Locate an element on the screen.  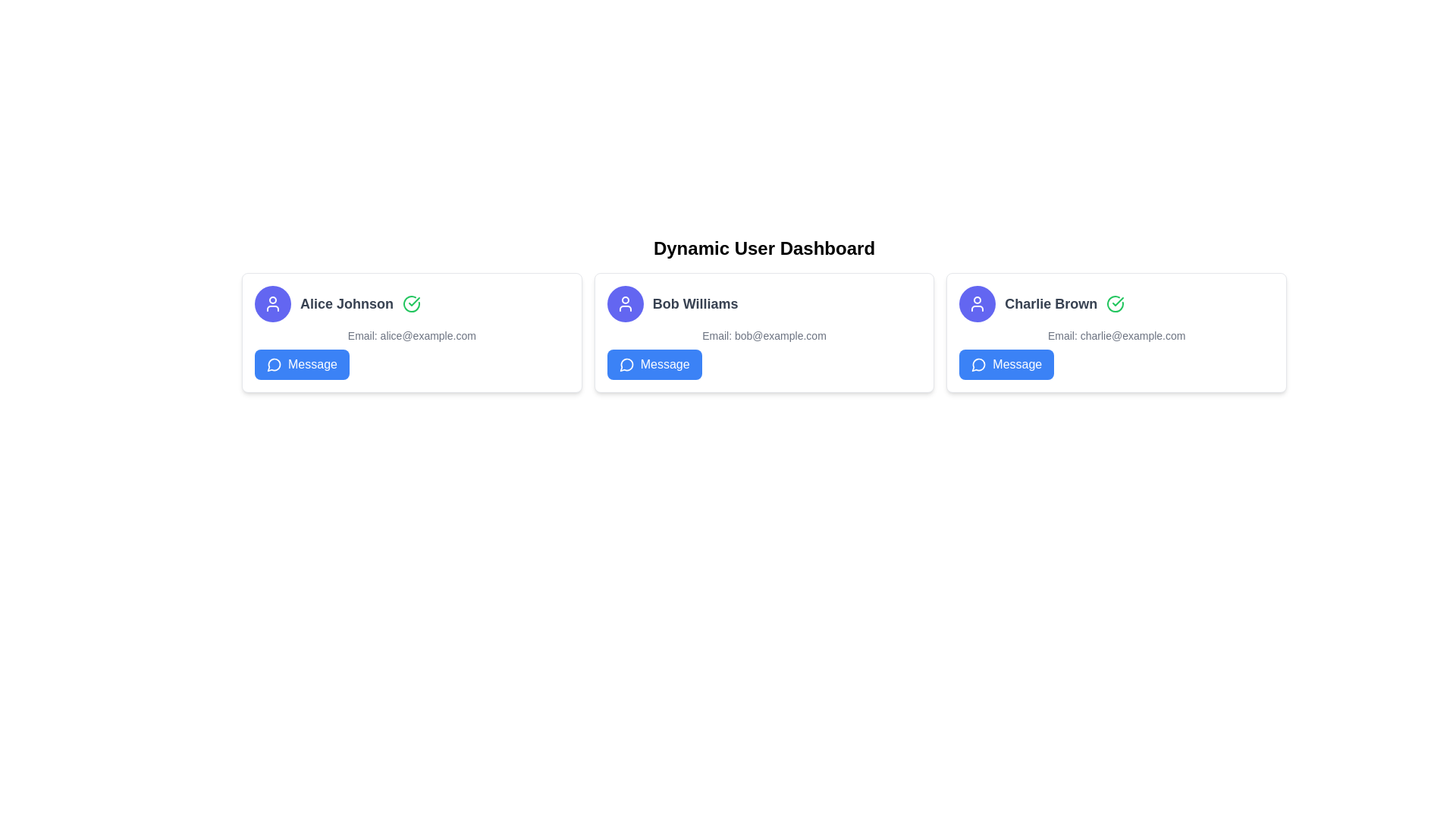
the button located at the bottom of the 'Bob Williams' card is located at coordinates (654, 365).